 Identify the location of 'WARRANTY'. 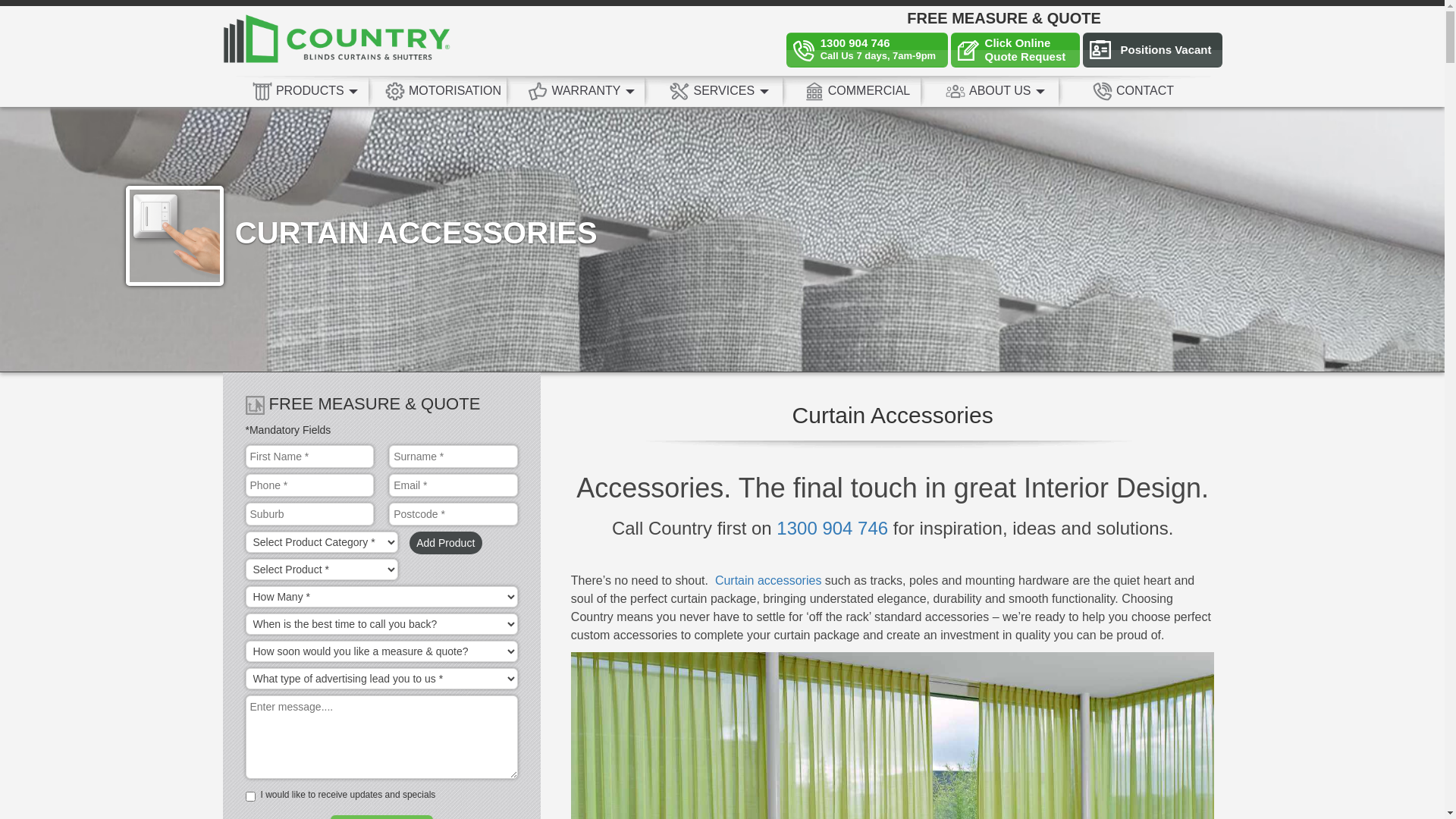
(581, 91).